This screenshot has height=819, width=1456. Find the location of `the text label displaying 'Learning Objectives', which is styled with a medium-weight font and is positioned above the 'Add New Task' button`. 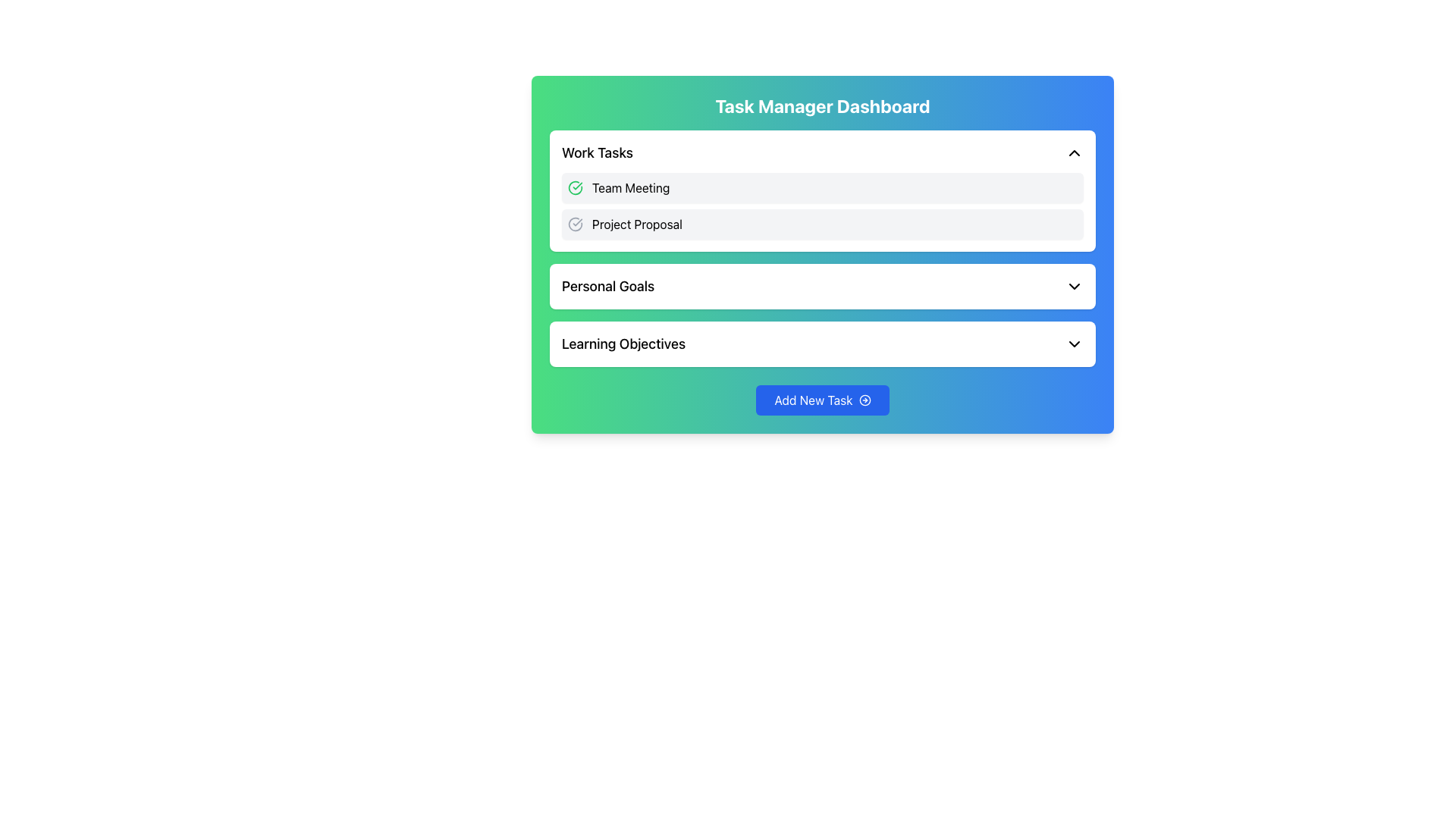

the text label displaying 'Learning Objectives', which is styled with a medium-weight font and is positioned above the 'Add New Task' button is located at coordinates (623, 344).